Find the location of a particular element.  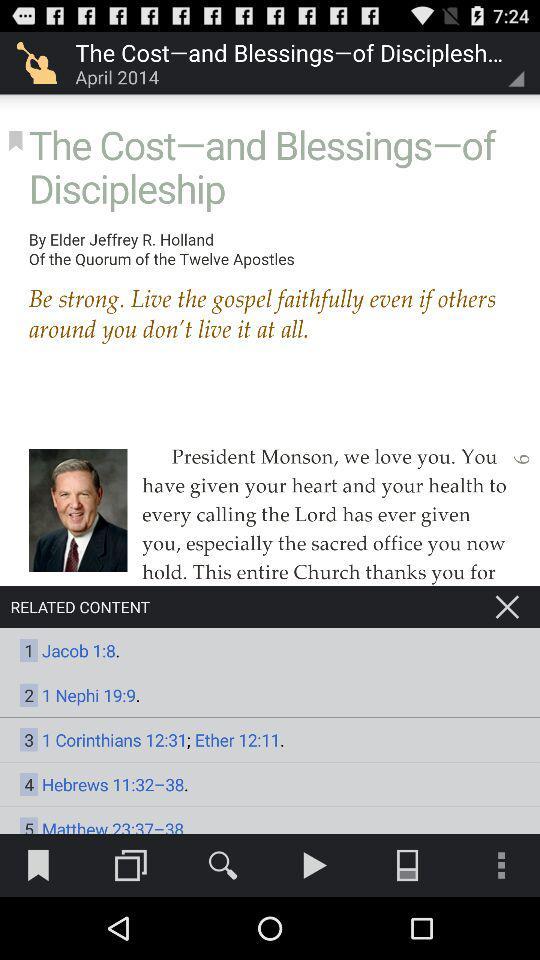

the close icon is located at coordinates (507, 648).